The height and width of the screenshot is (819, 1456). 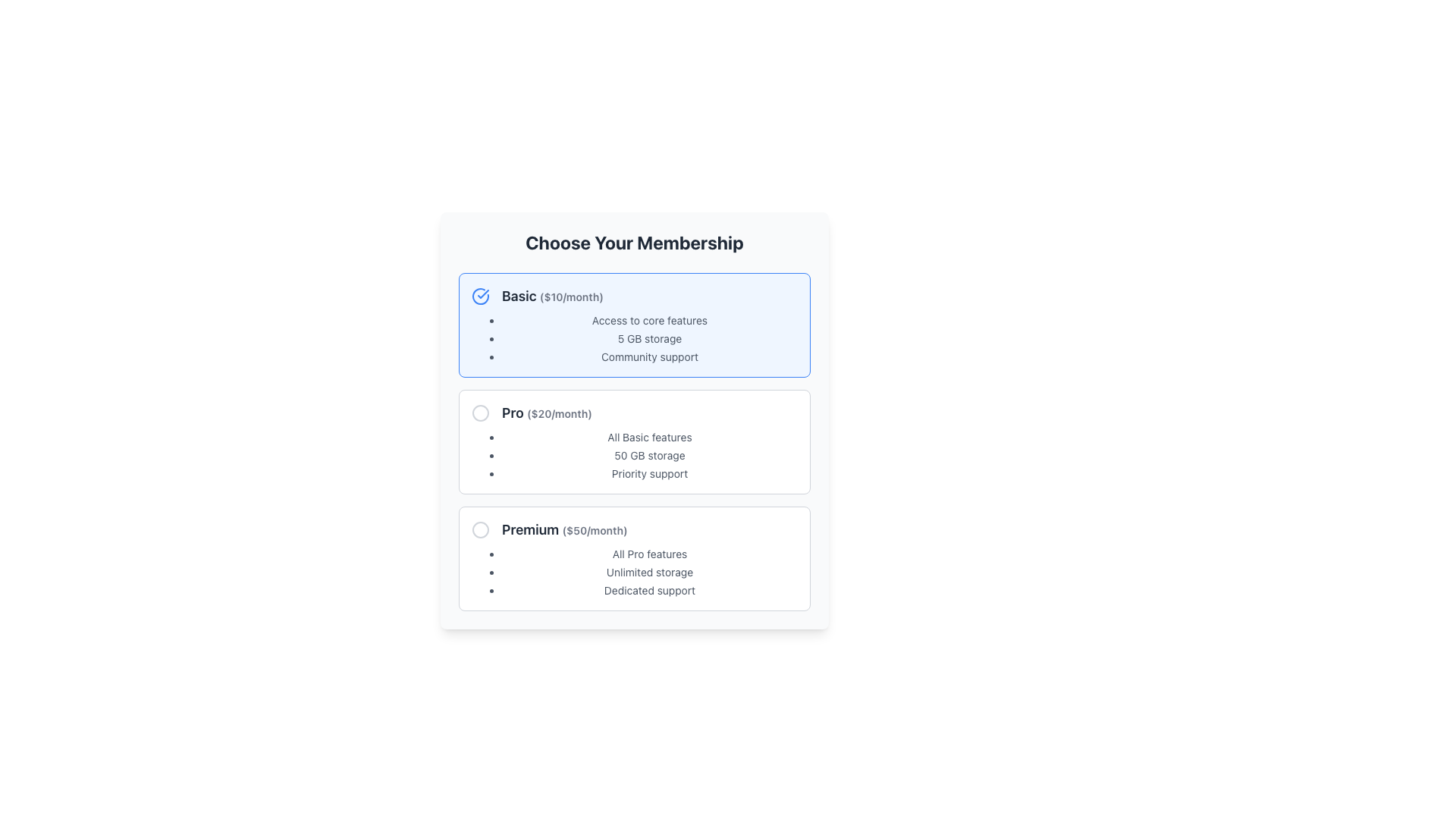 I want to click on text label that informs users about the features included in the 'Premium ($50/month)' subscription tier, located at the bottom of the membership choices interface as the third item in the bullet list, so click(x=650, y=590).